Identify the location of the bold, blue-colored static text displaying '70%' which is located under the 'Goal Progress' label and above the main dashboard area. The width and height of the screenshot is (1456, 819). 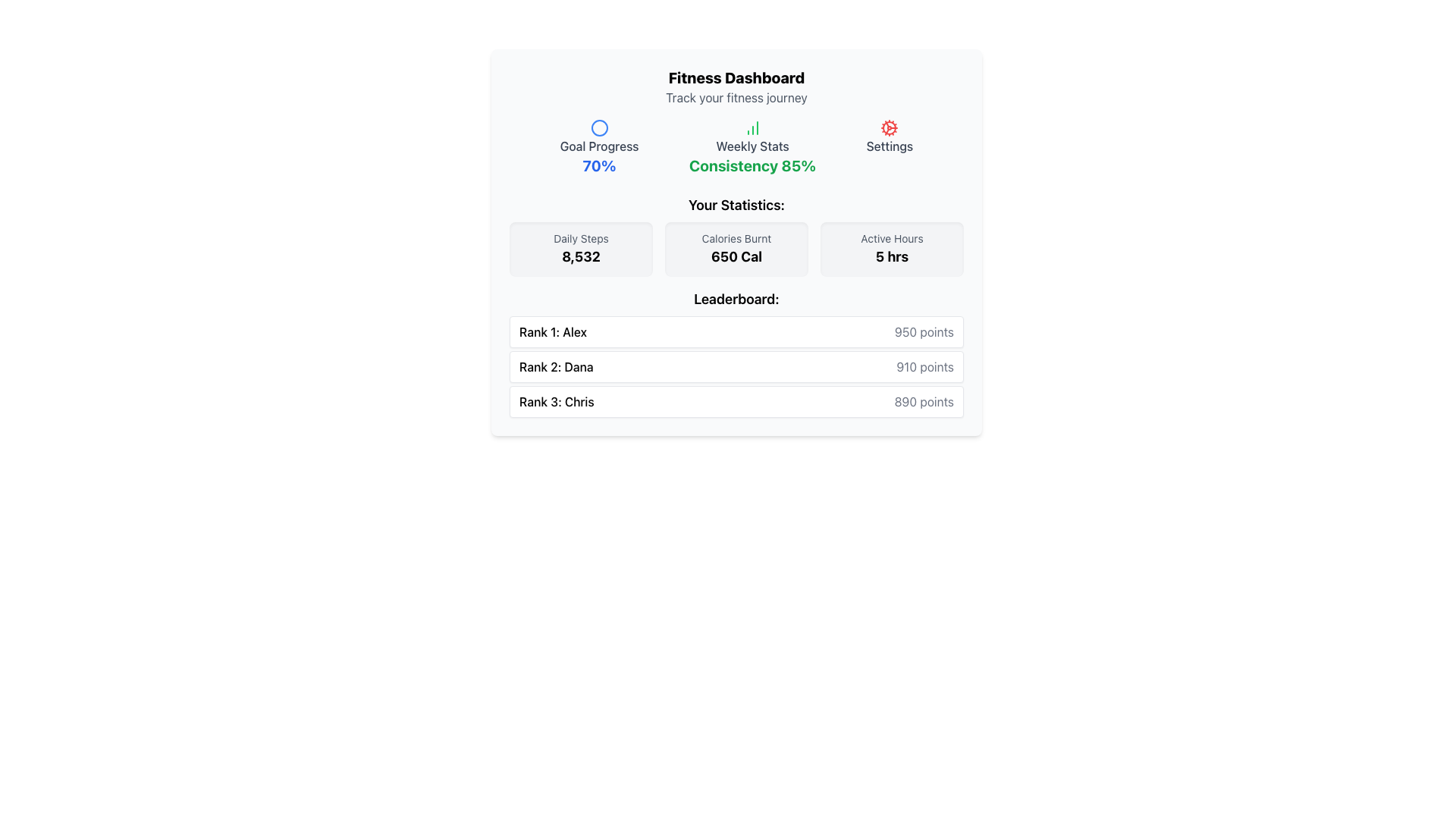
(598, 166).